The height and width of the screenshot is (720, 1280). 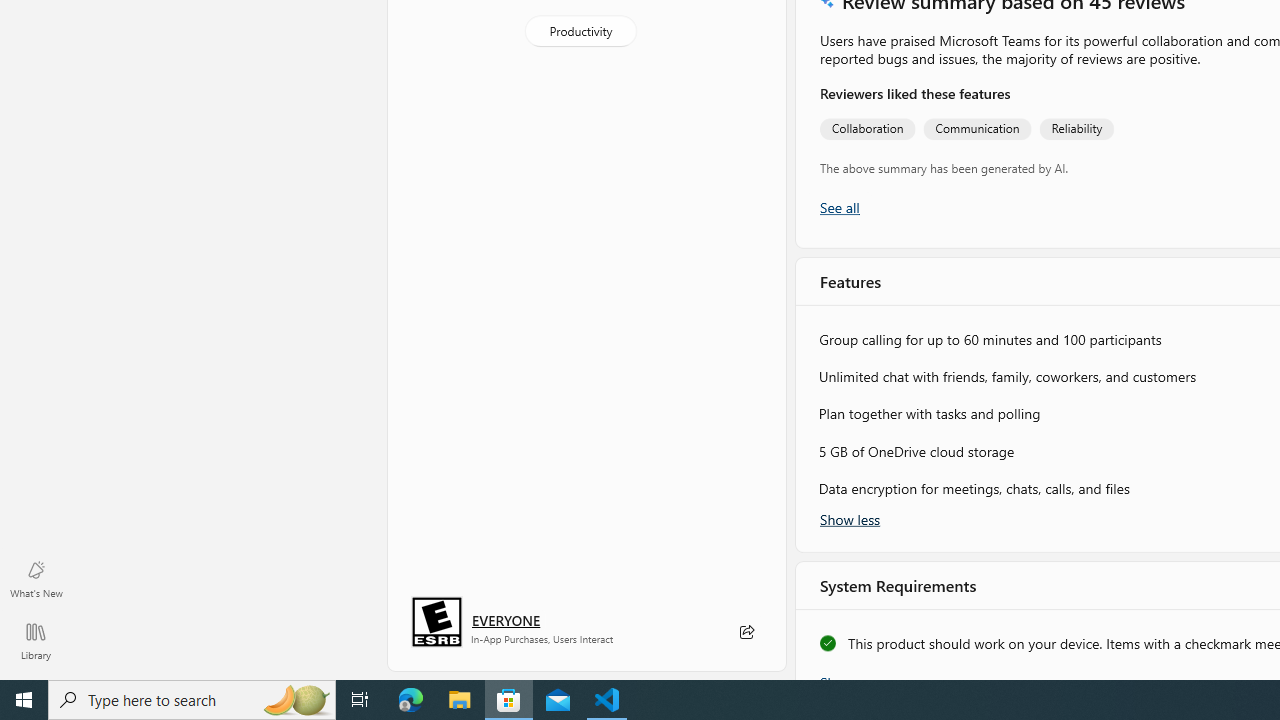 What do you see at coordinates (506, 618) in the screenshot?
I see `'Age rating: EVERYONE. Click for more information.'` at bounding box center [506, 618].